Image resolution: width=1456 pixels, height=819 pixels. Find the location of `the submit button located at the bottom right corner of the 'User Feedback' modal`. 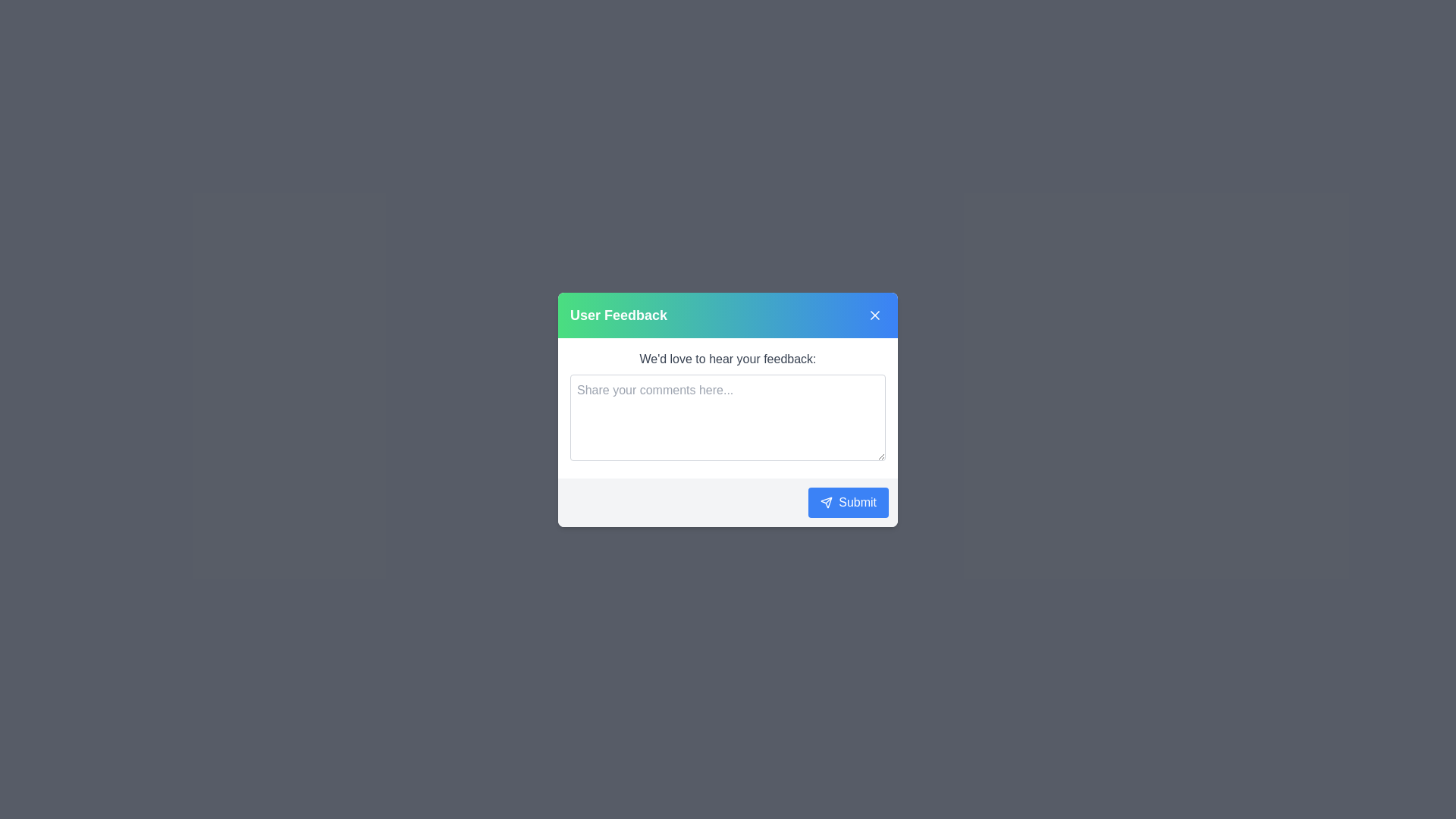

the submit button located at the bottom right corner of the 'User Feedback' modal is located at coordinates (847, 502).